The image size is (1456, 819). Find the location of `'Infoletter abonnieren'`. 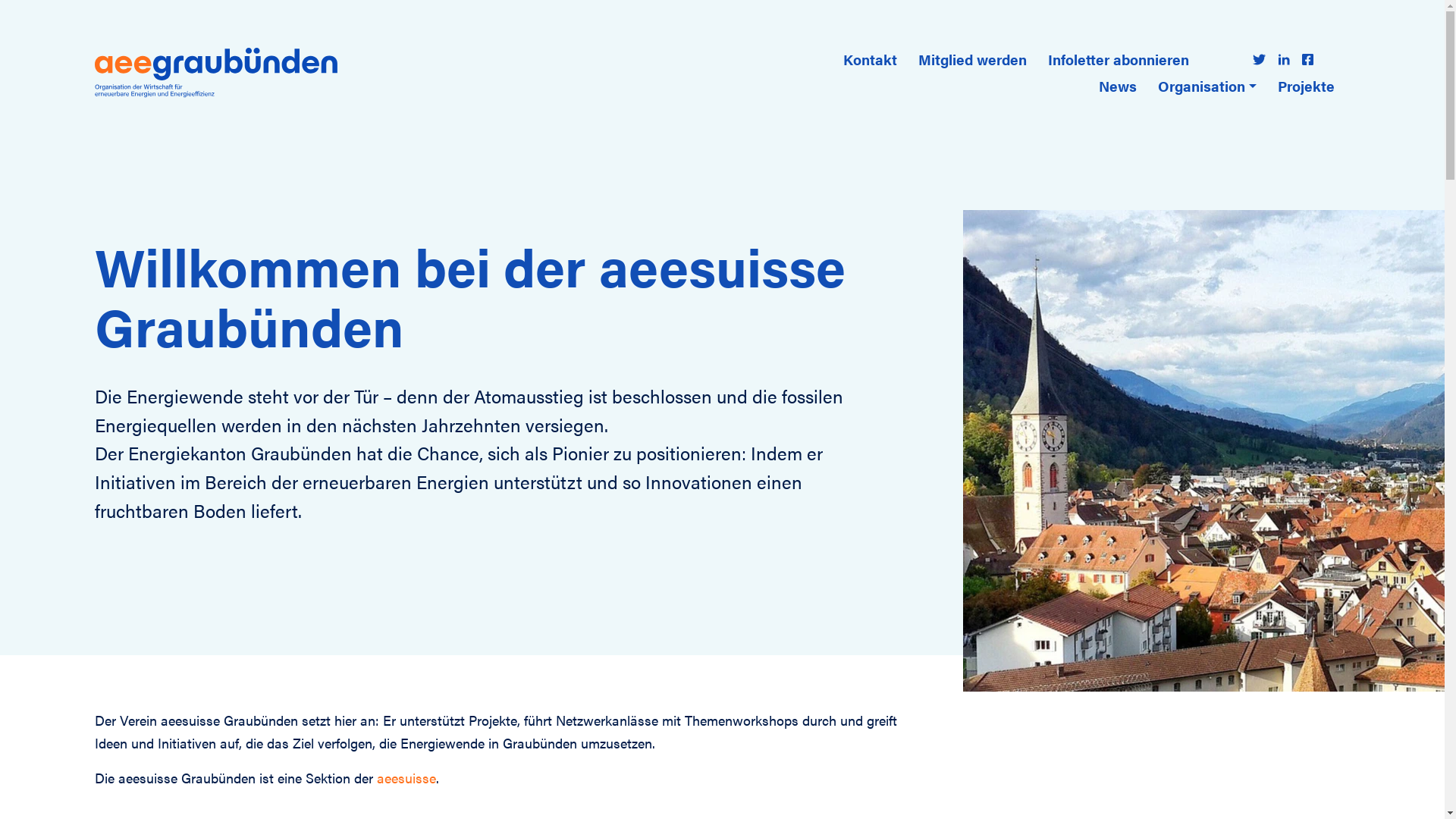

'Infoletter abonnieren' is located at coordinates (1118, 58).